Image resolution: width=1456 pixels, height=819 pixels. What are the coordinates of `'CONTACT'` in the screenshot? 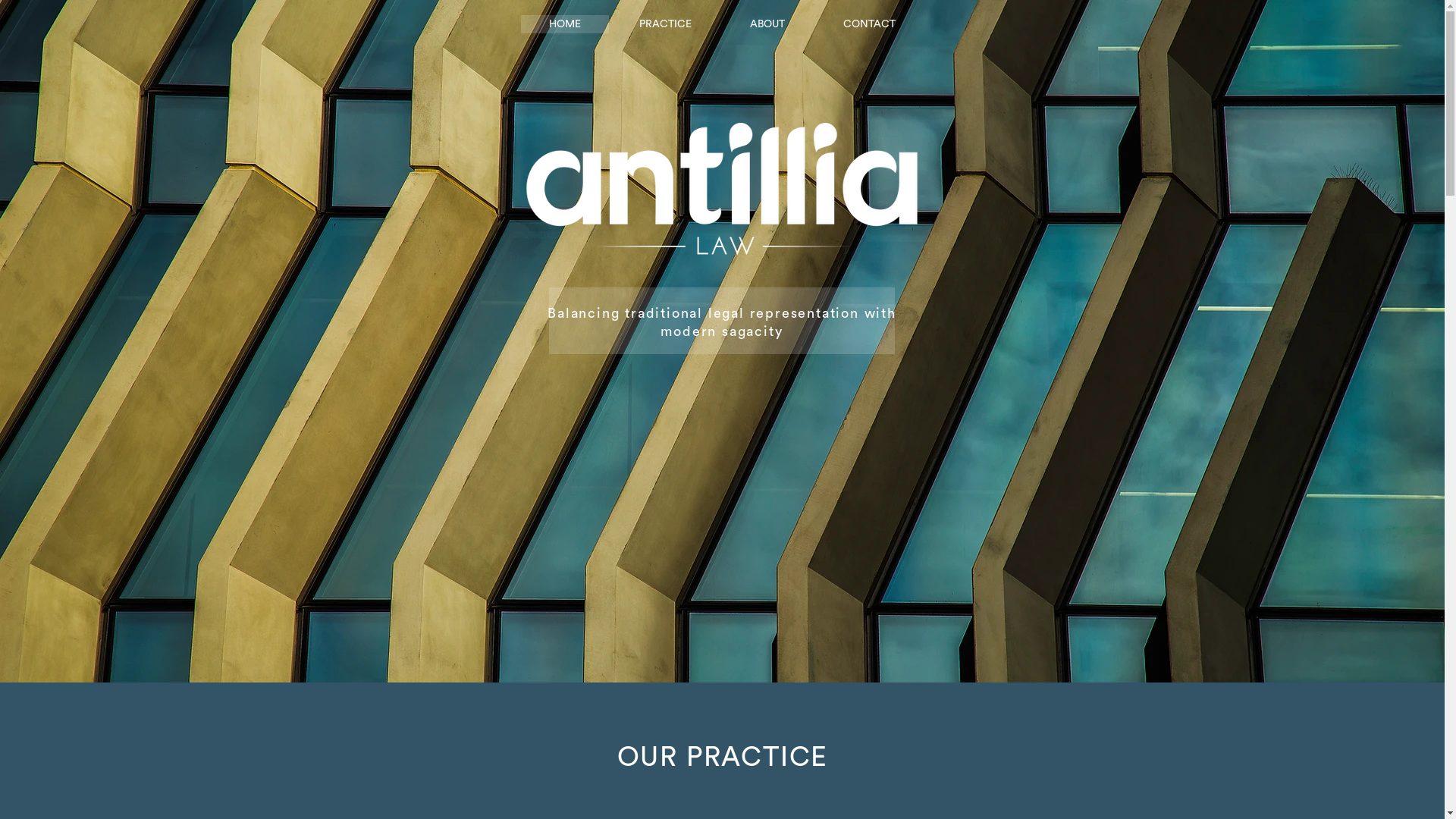 It's located at (814, 24).